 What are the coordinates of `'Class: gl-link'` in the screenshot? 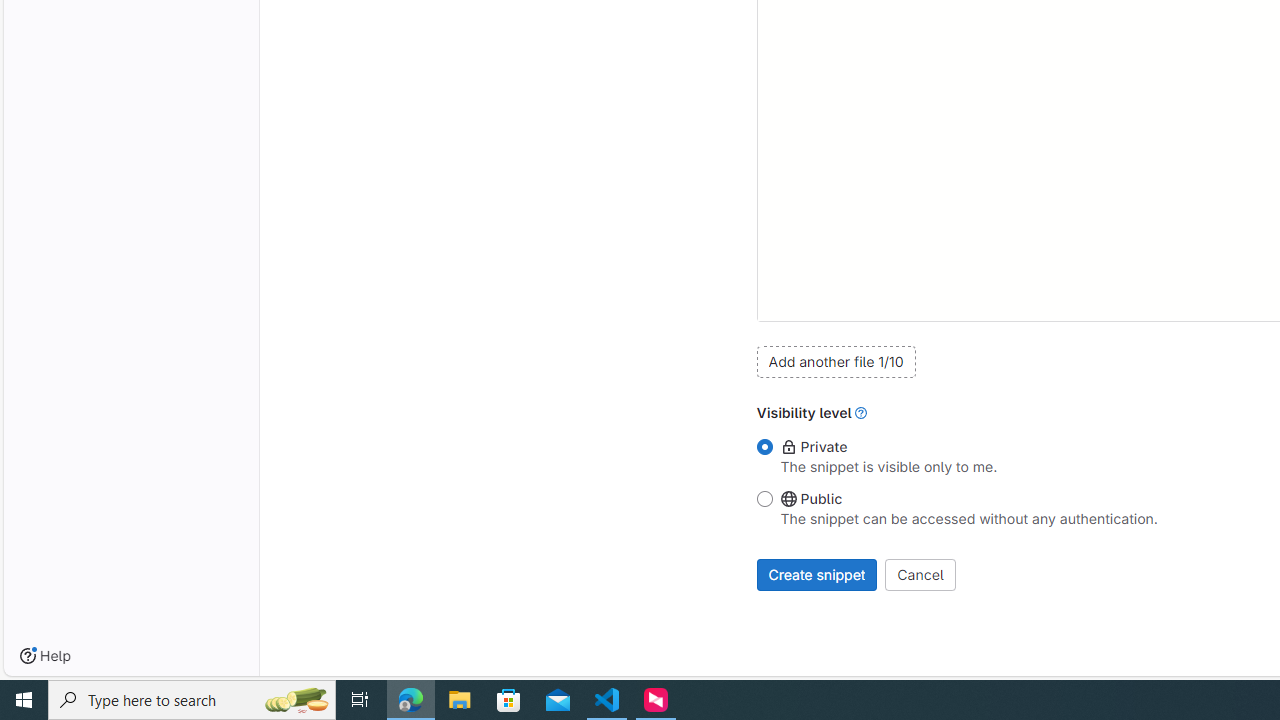 It's located at (861, 411).